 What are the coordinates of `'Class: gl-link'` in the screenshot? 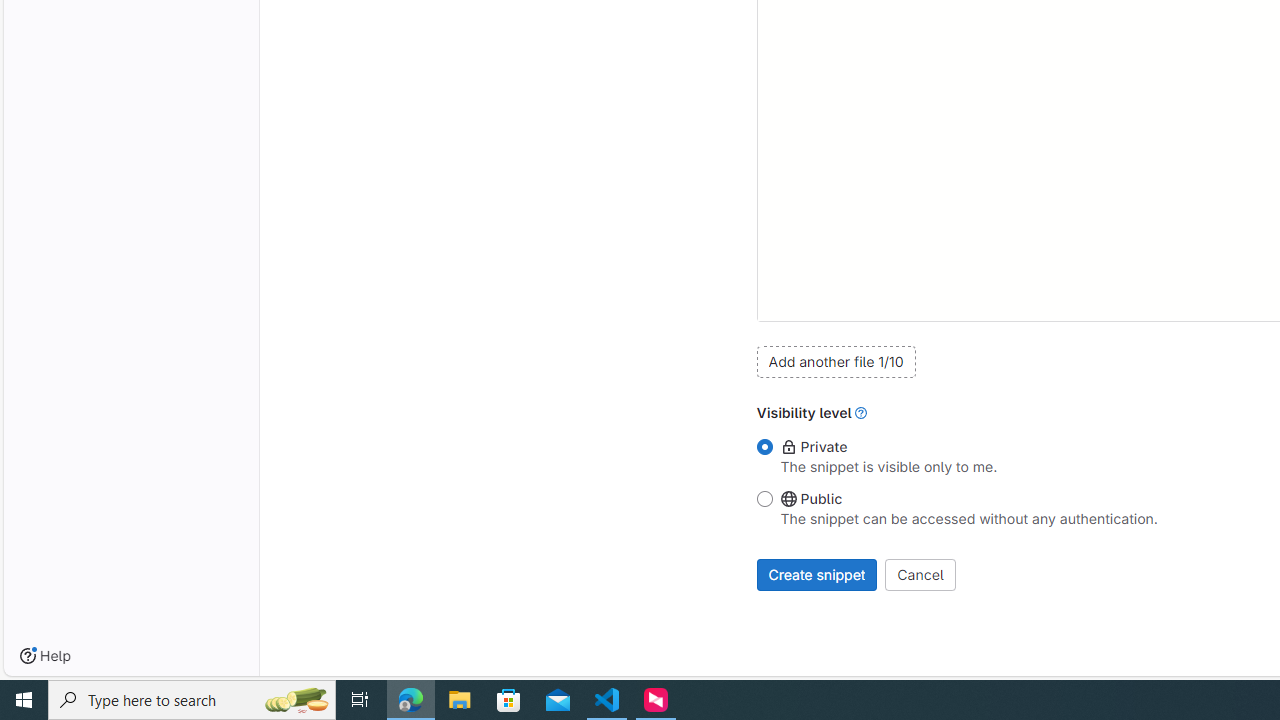 It's located at (861, 411).